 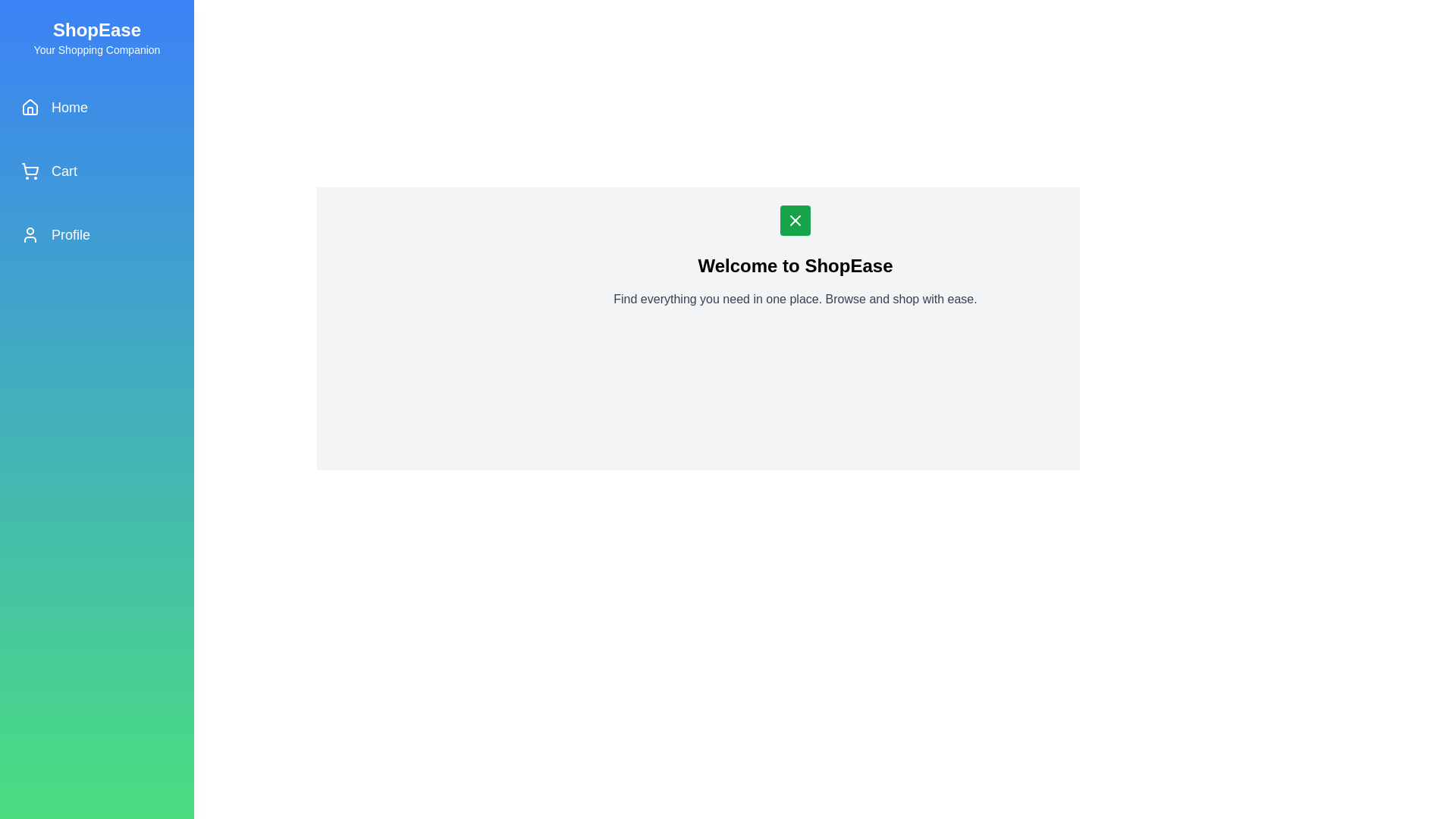 What do you see at coordinates (30, 234) in the screenshot?
I see `the user profile icon, which is a circular head and shoulders design outlined in white on a blue background` at bounding box center [30, 234].